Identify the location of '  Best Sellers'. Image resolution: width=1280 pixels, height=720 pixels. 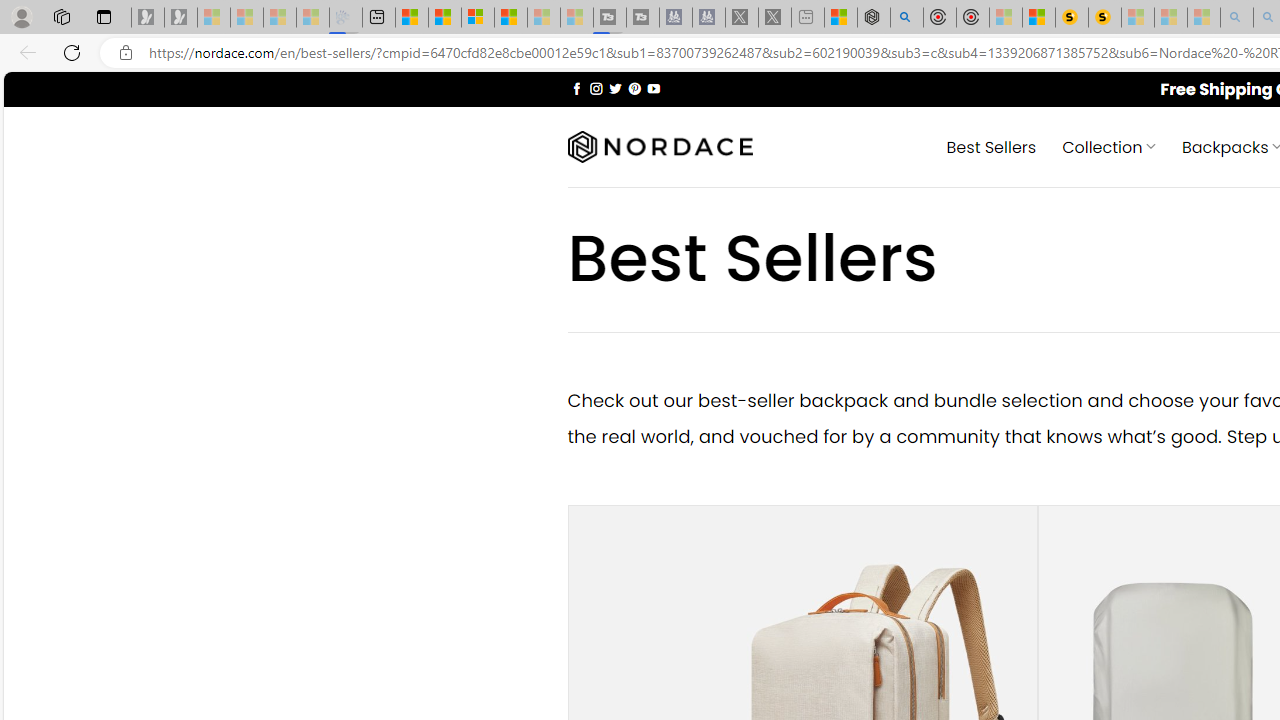
(991, 145).